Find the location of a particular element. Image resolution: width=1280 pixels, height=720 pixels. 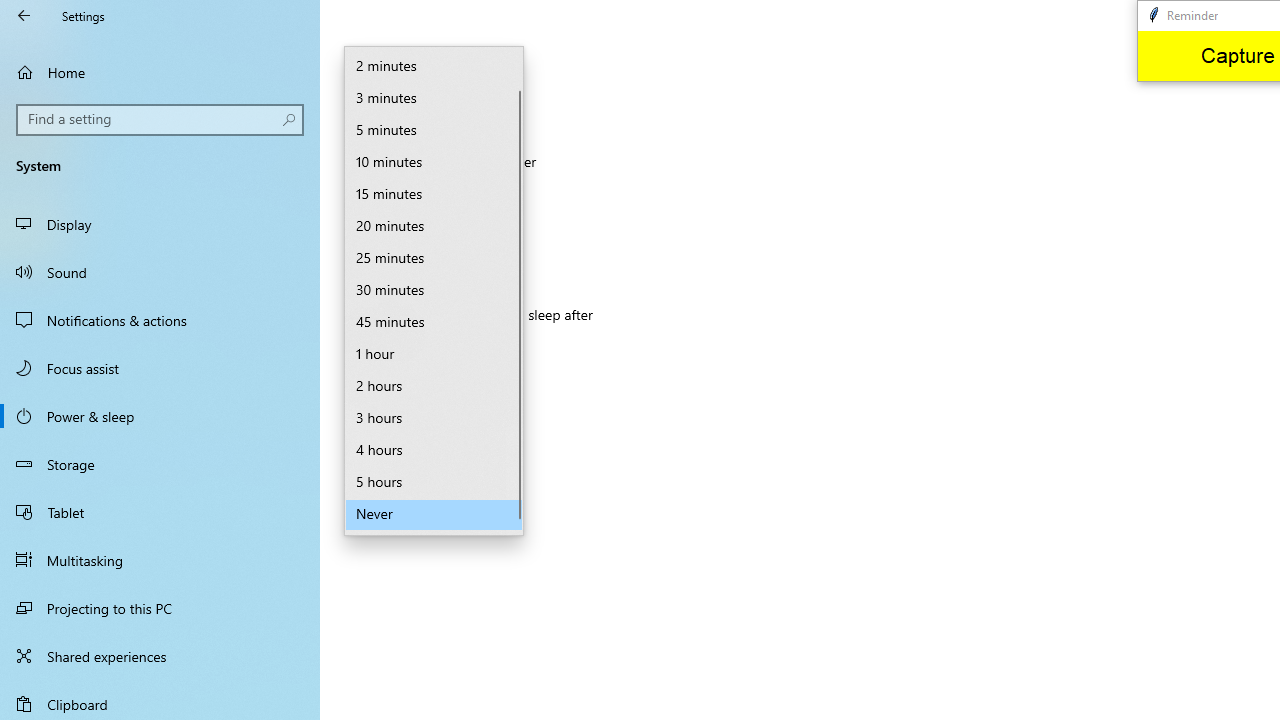

'Shared experiences' is located at coordinates (160, 655).